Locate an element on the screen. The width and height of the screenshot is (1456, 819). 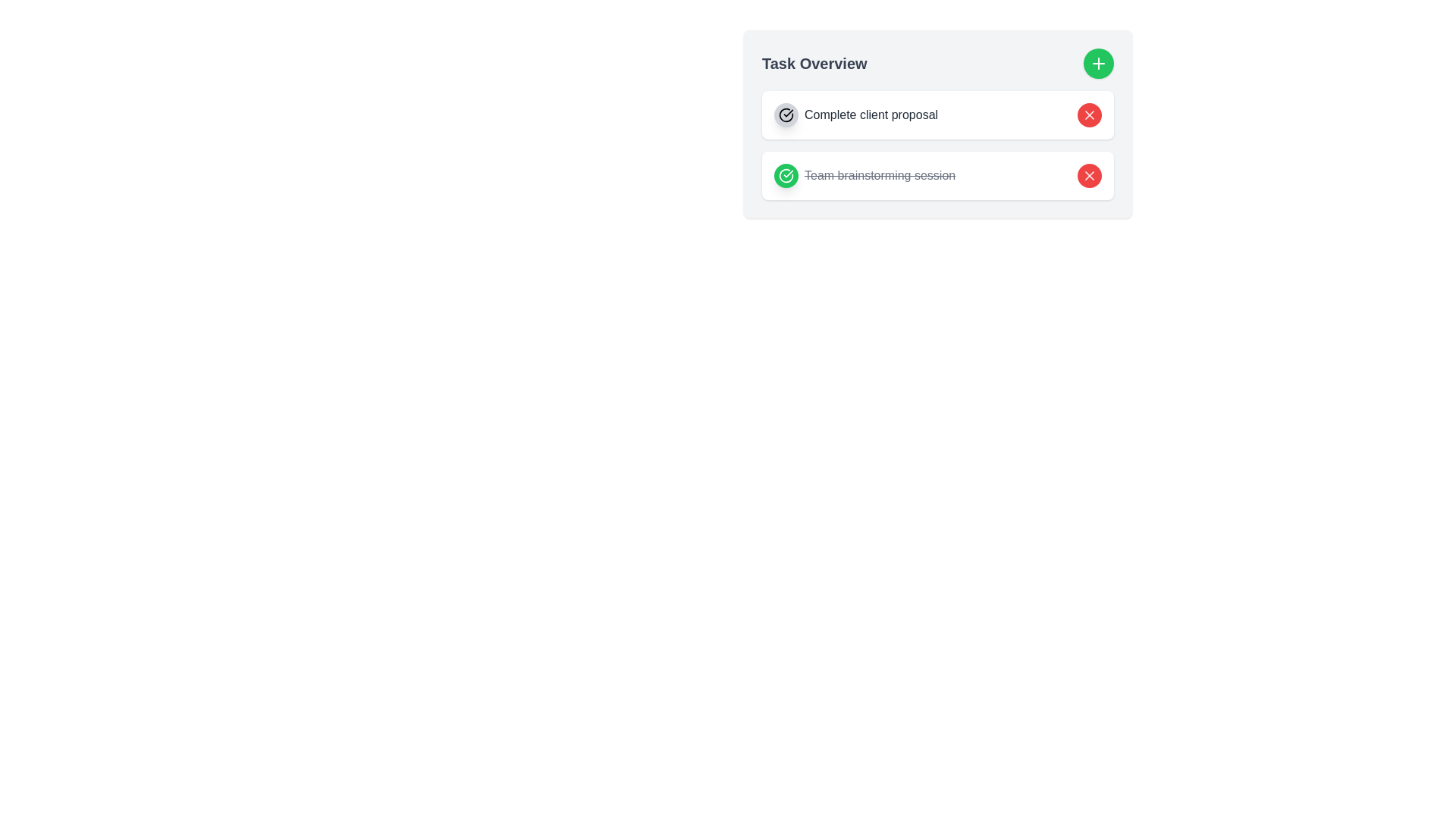
text label indicating the completed task within the task list, which is styled with a strikethrough and positioned between a green checkmark and a red delete button is located at coordinates (880, 174).